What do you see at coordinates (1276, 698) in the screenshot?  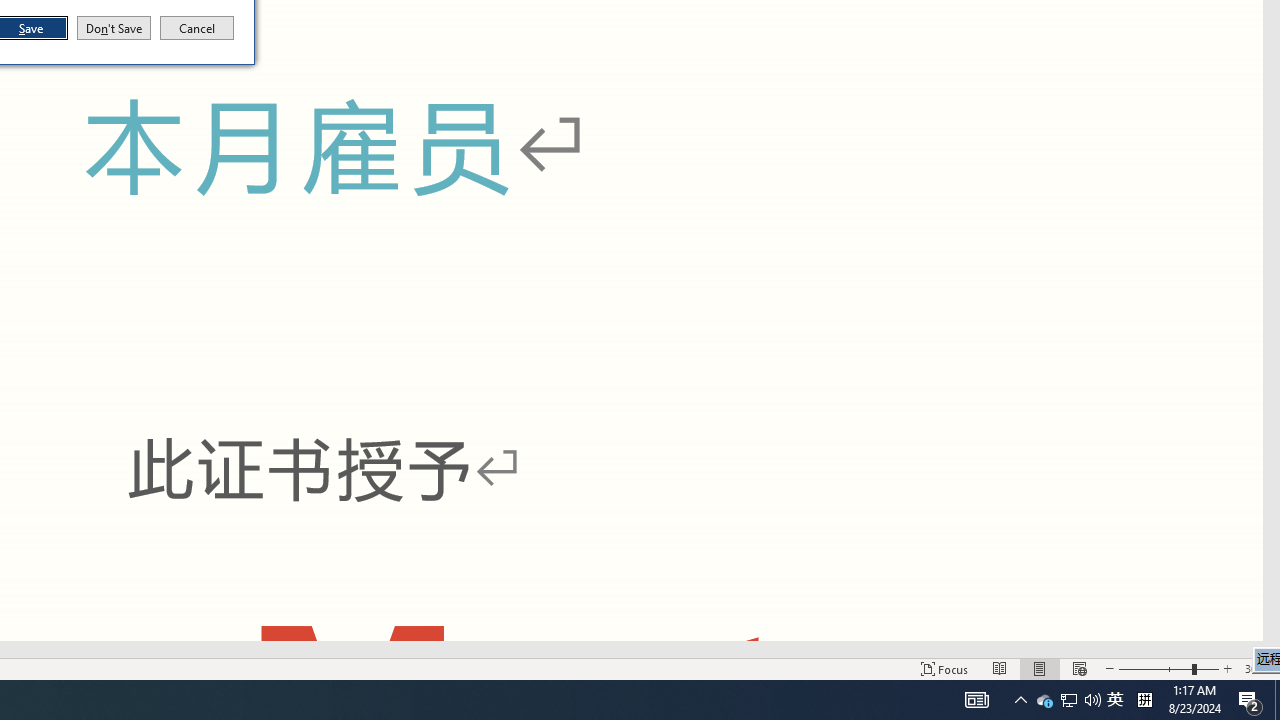 I see `'Show desktop'` at bounding box center [1276, 698].